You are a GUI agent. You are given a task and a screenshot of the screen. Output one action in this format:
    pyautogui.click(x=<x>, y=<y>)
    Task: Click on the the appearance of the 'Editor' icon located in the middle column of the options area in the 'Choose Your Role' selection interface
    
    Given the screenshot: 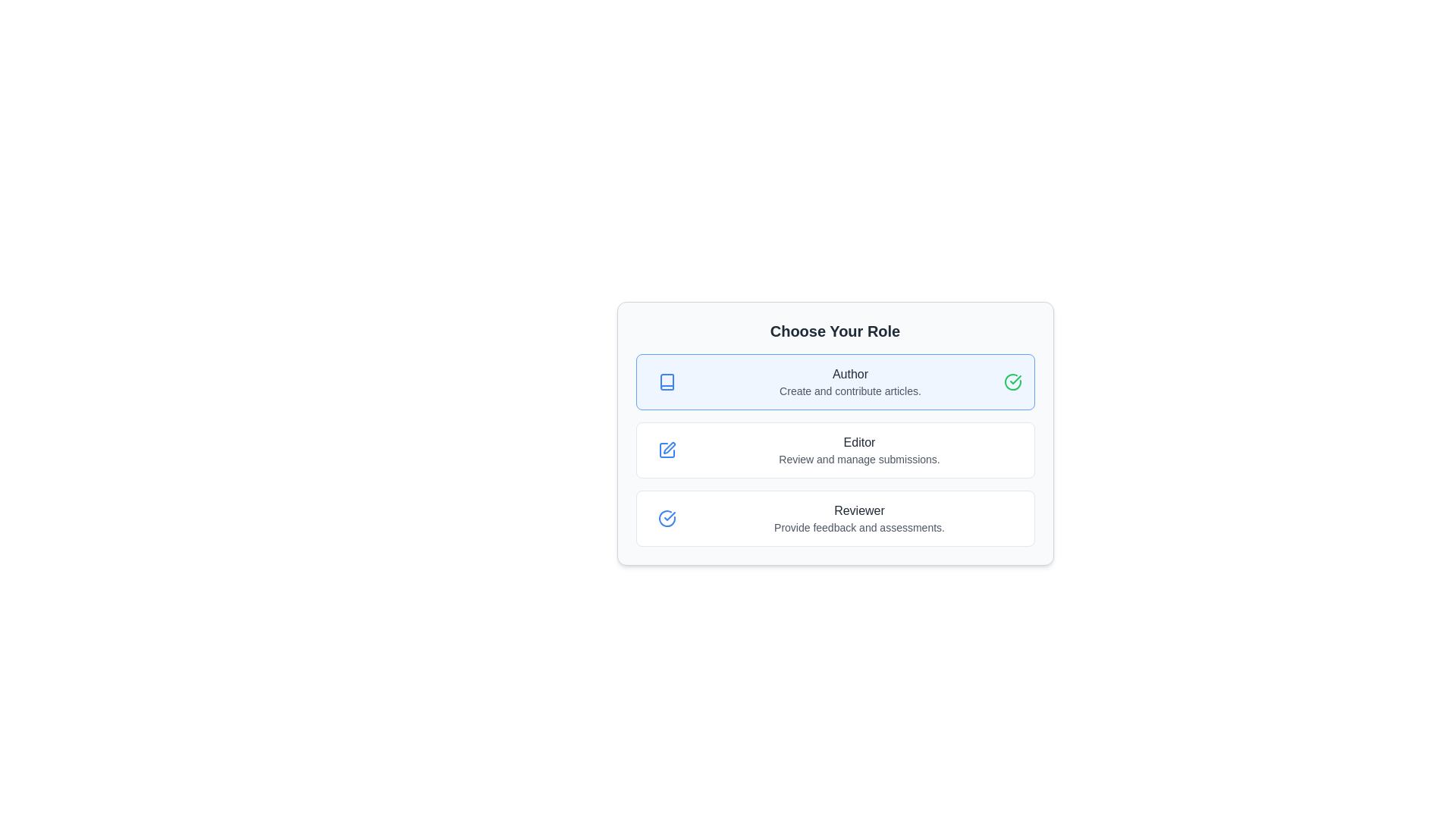 What is the action you would take?
    pyautogui.click(x=667, y=450)
    